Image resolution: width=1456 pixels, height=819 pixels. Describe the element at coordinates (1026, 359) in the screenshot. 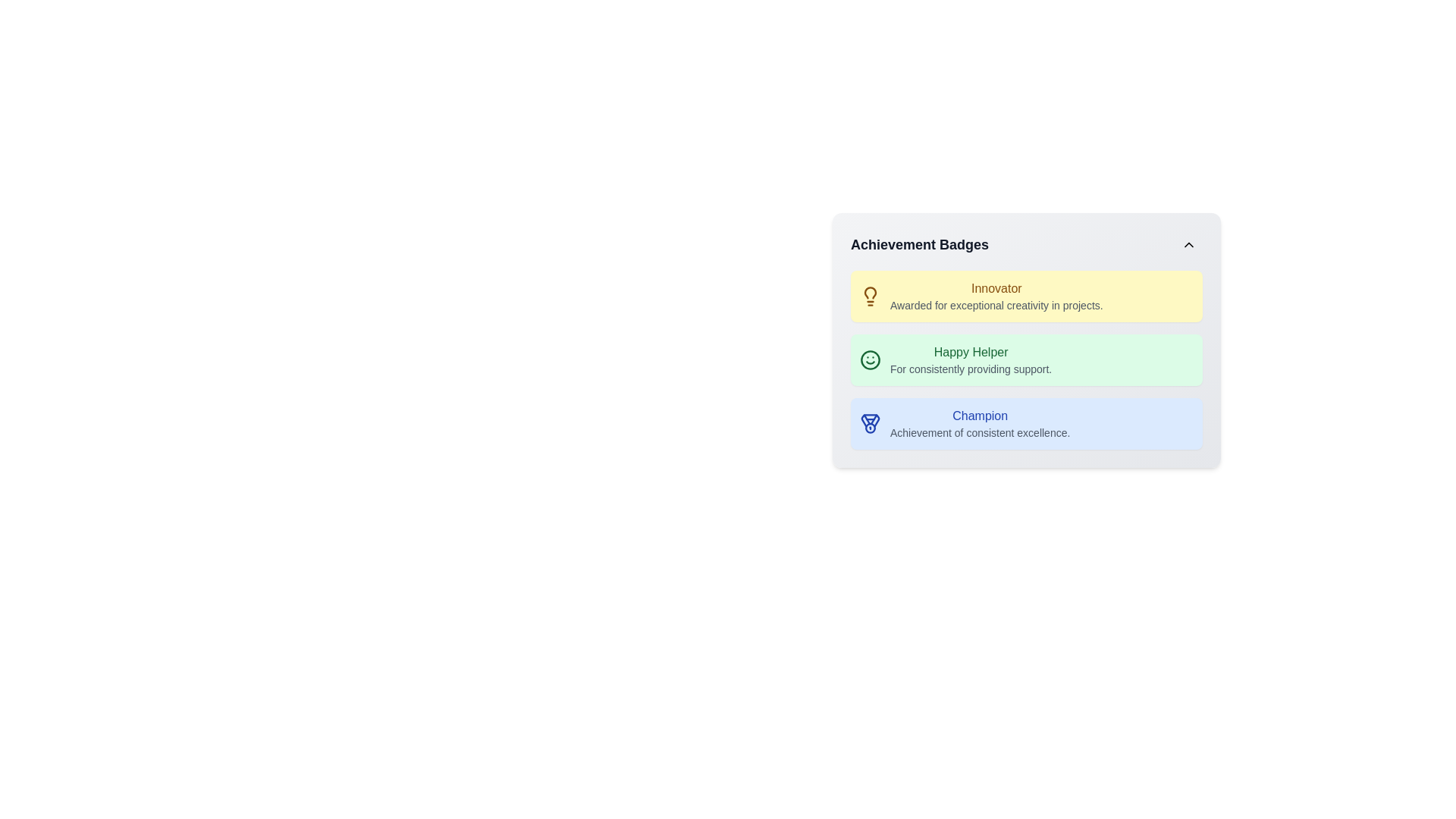

I see `the 'Happy Helper' award badge, which is a green rectangular badge with a smiley face icon on the left and two lines of text to the right, located within the 'Achievement Badges' panel` at that location.